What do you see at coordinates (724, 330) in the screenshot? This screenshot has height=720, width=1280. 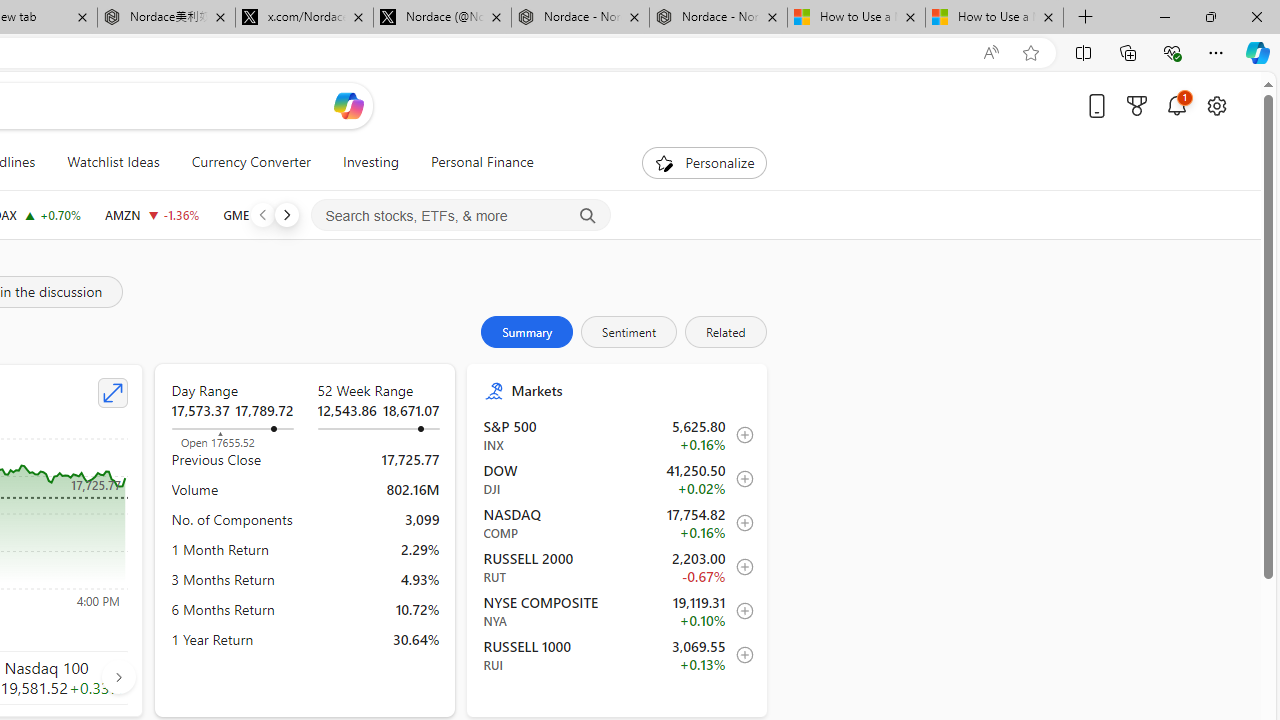 I see `'Related'` at bounding box center [724, 330].